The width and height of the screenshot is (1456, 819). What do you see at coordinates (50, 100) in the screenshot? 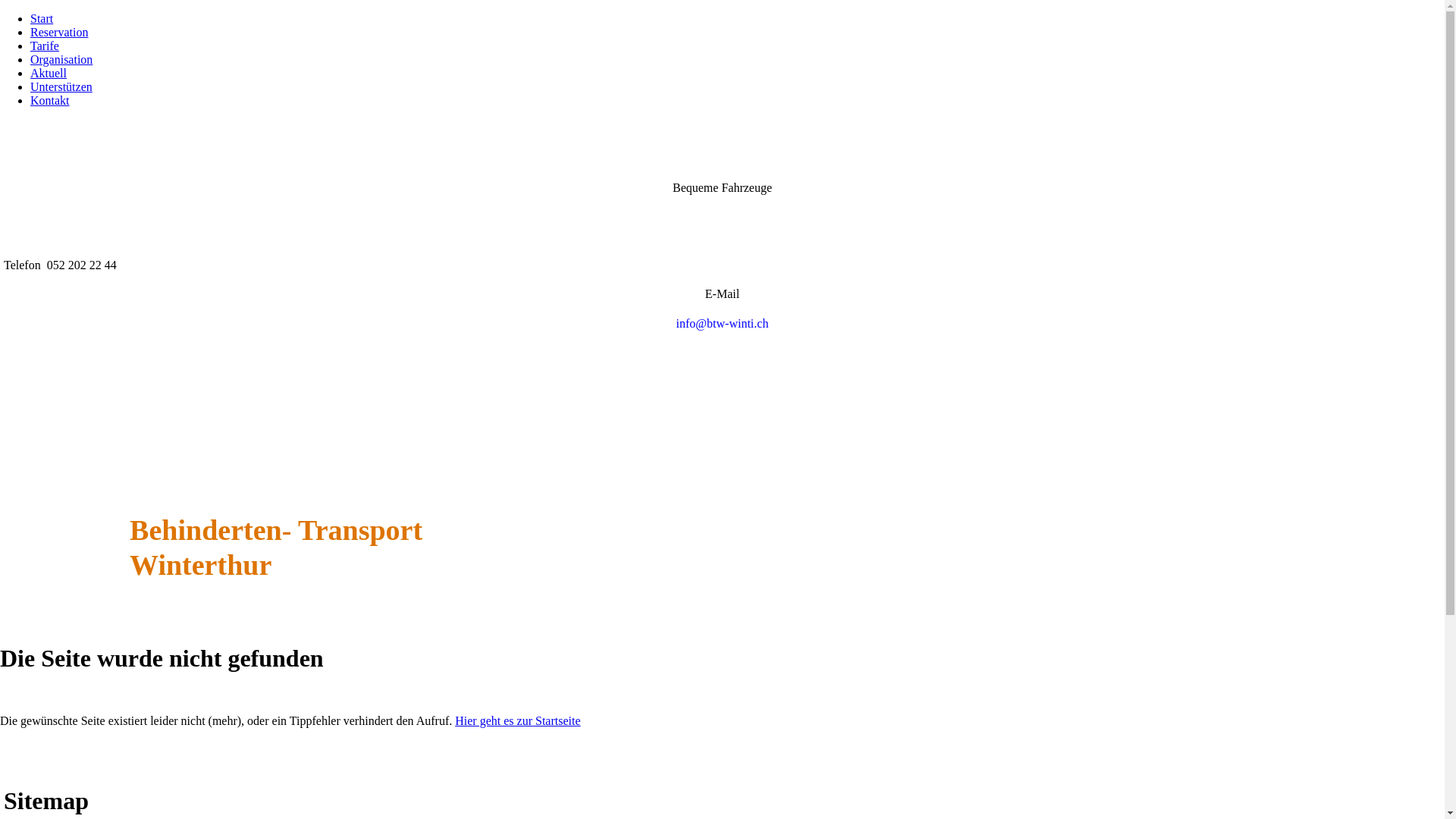
I see `'Kontakt'` at bounding box center [50, 100].